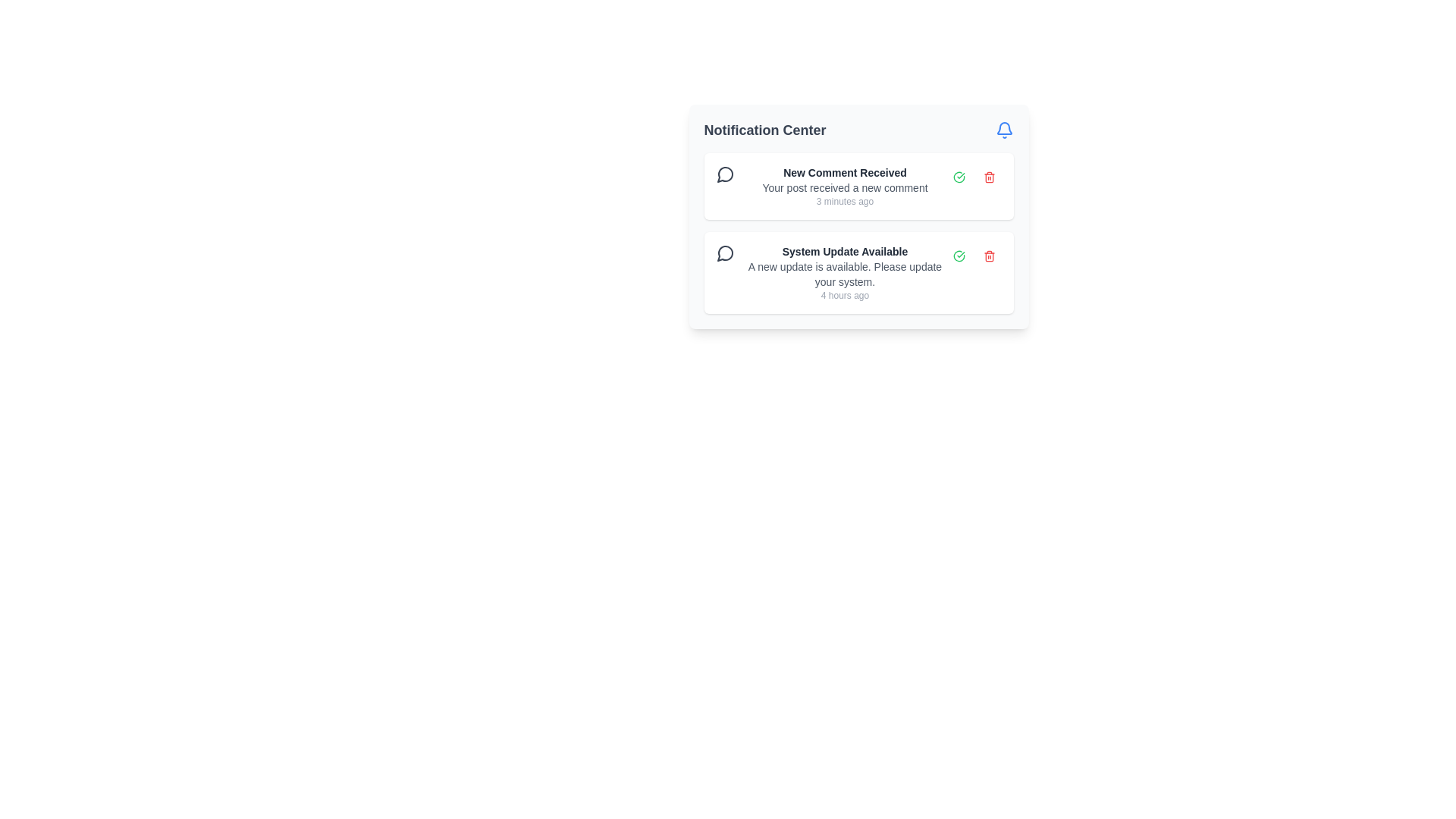 The image size is (1456, 819). What do you see at coordinates (844, 275) in the screenshot?
I see `the middle text element in the notification card that informs the user about the system update, located below 'System Update Available' and above the timestamp '4 hours ago'` at bounding box center [844, 275].